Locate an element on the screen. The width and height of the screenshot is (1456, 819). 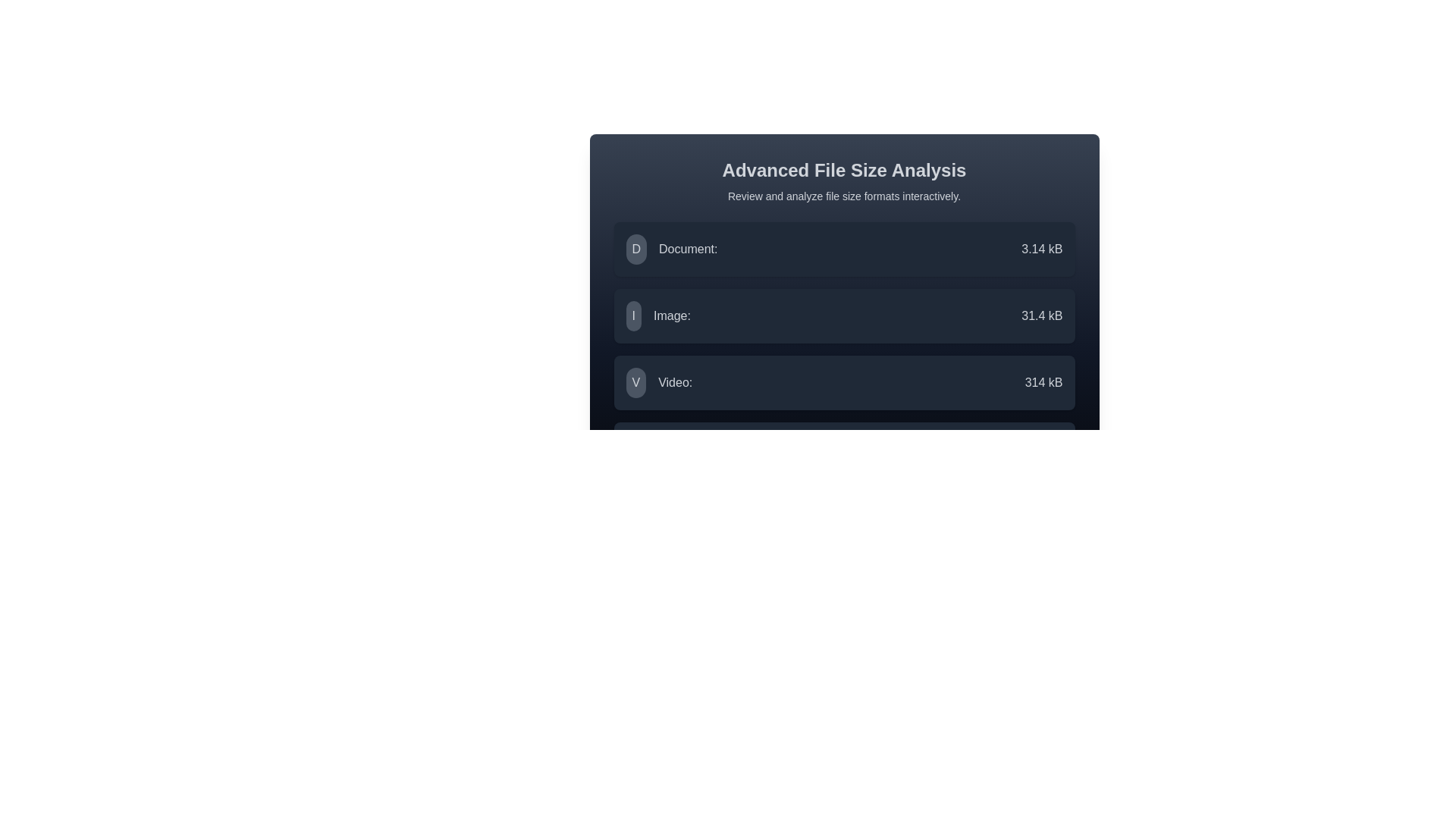
the text label indicating documents in the 'Advanced File Size Analysis' section, located to the right of the circular icon with the letter 'D' is located at coordinates (687, 248).